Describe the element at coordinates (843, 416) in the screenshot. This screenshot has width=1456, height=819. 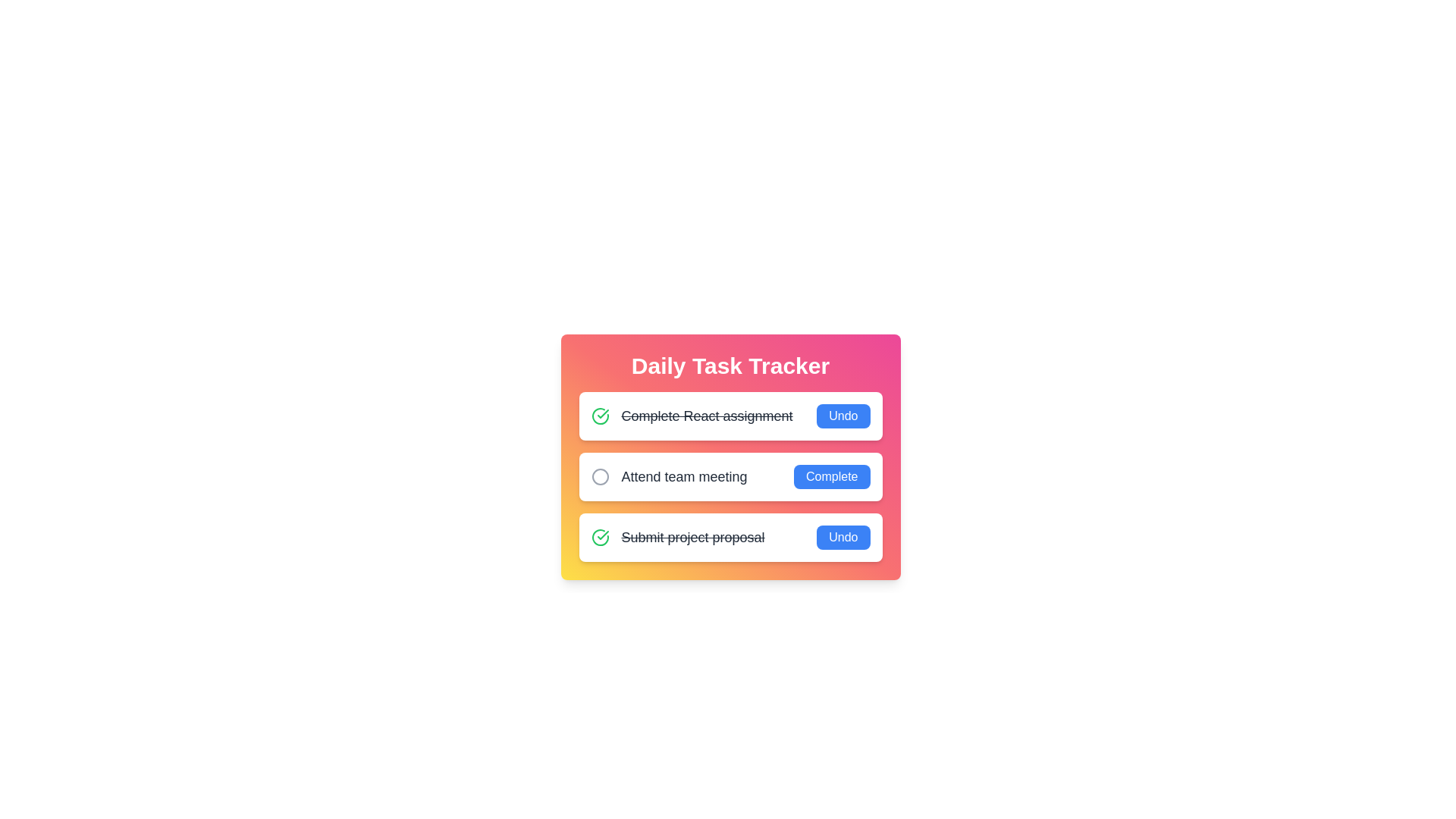
I see `the 'Undo' button for the task 'Complete React assignment'` at that location.